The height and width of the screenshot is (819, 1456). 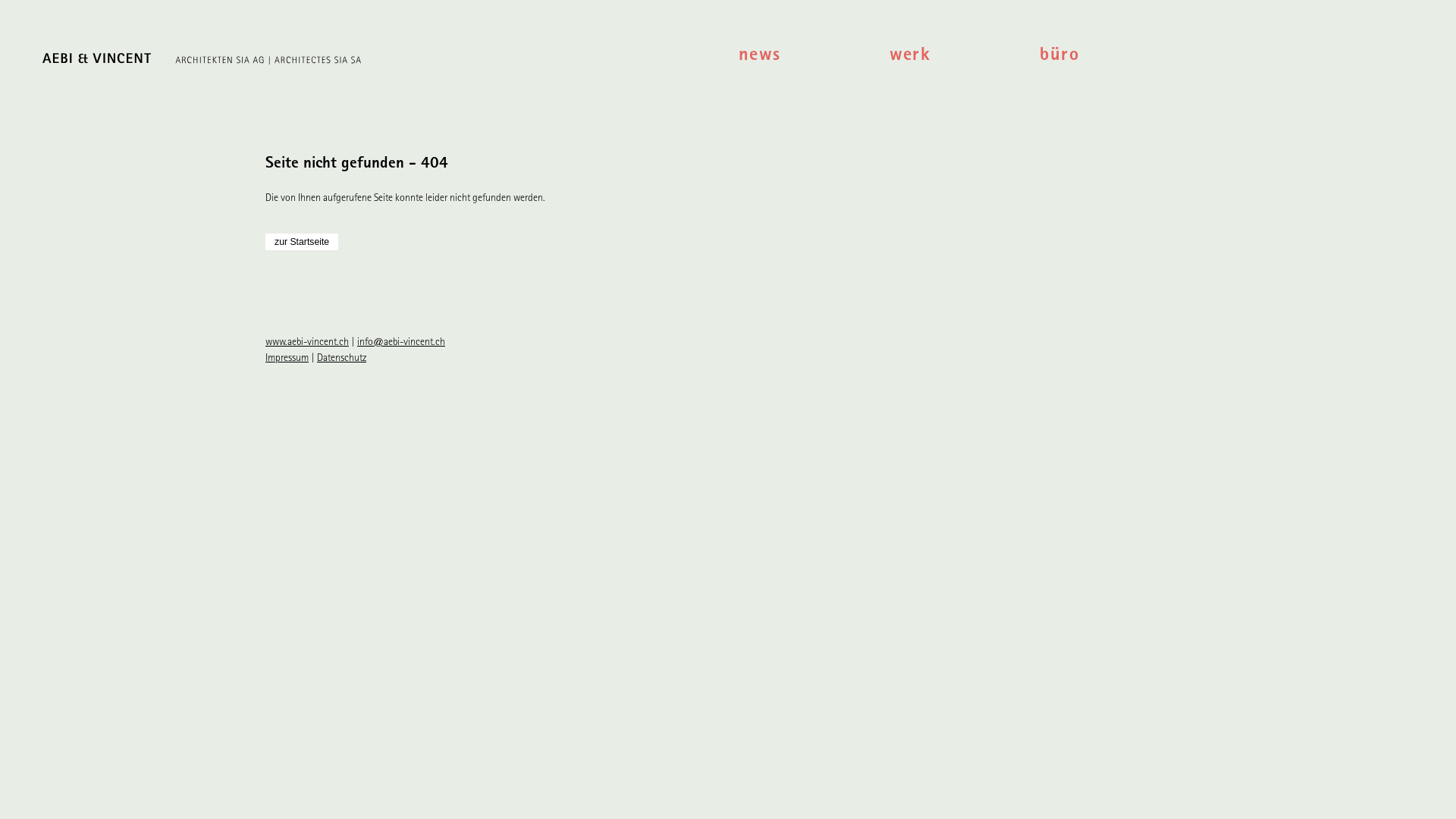 I want to click on 'zur Startseite', so click(x=302, y=241).